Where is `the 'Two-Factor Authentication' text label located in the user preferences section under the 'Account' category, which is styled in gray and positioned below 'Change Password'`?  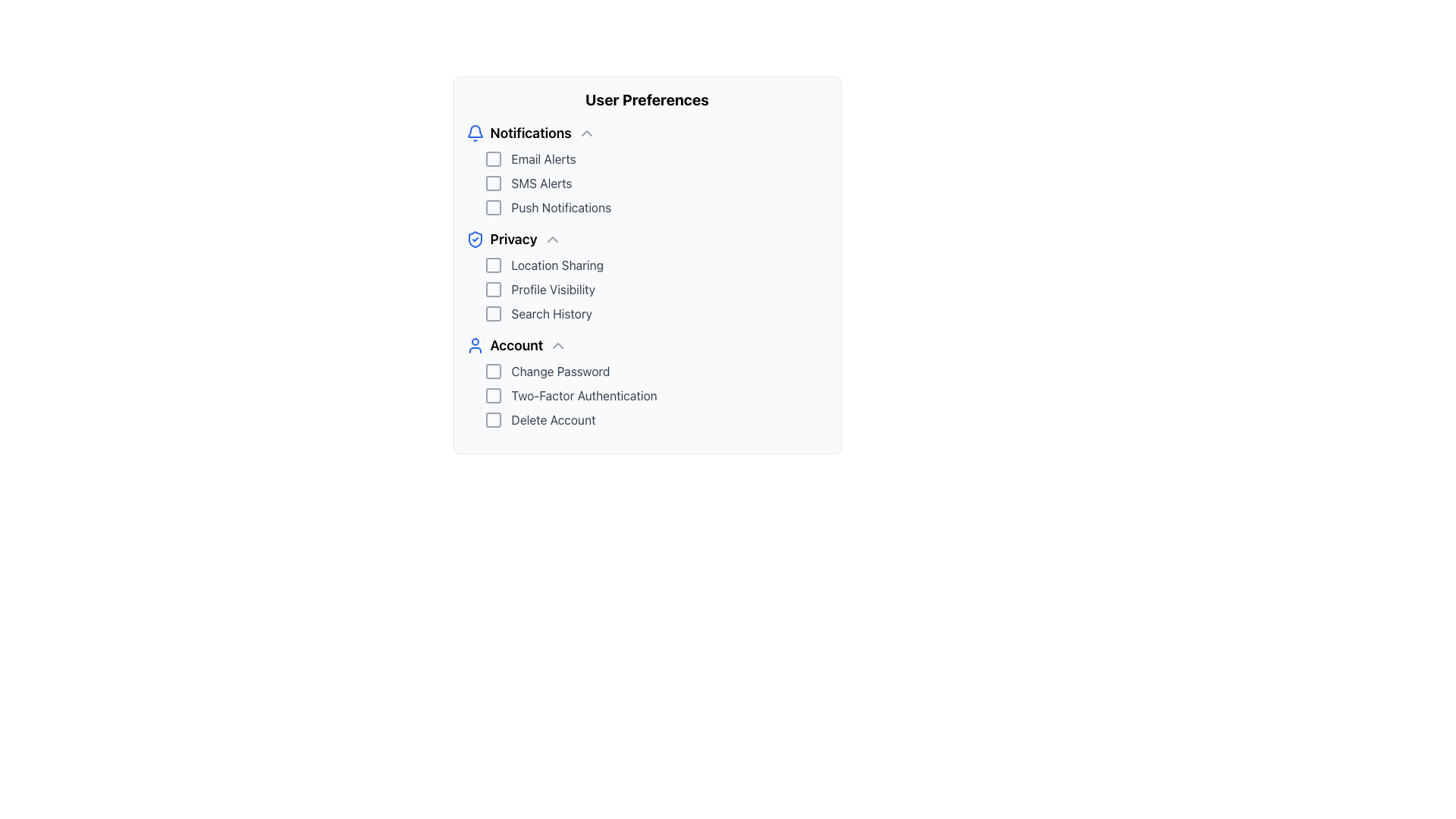
the 'Two-Factor Authentication' text label located in the user preferences section under the 'Account' category, which is styled in gray and positioned below 'Change Password' is located at coordinates (583, 394).